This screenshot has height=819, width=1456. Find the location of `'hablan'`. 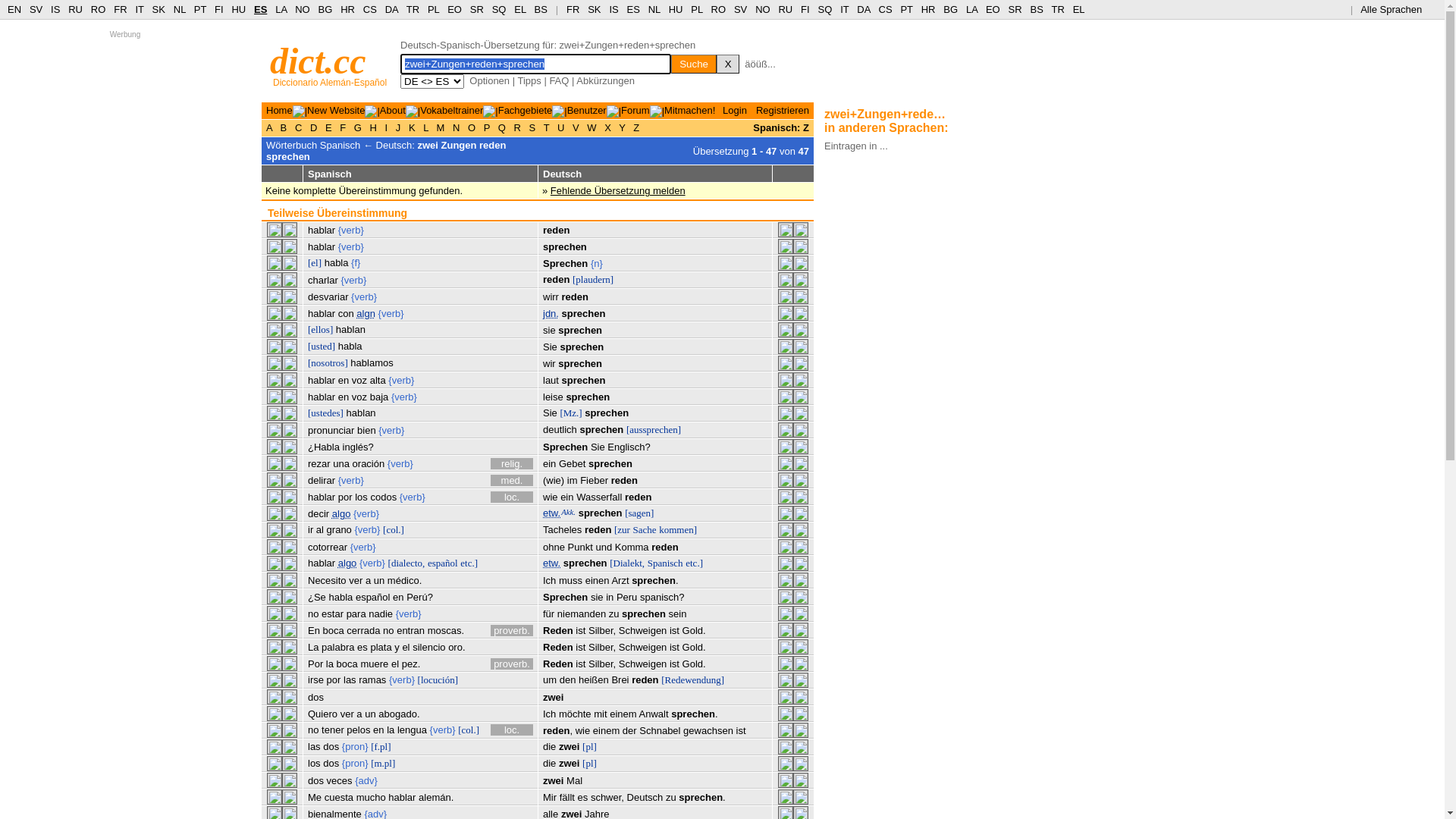

'hablan' is located at coordinates (360, 413).